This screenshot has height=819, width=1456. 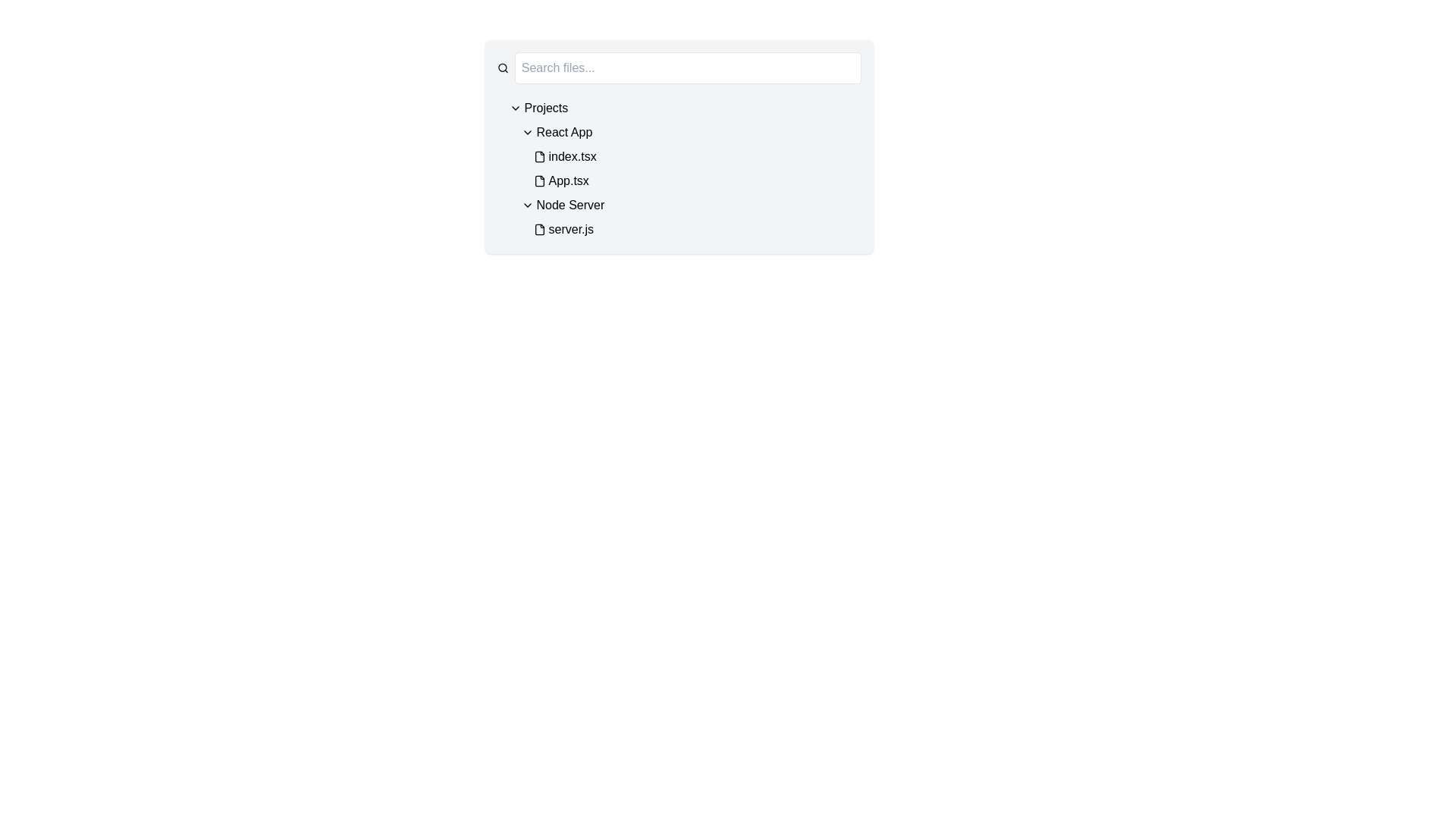 I want to click on the text label displaying the filename 'server.js', so click(x=570, y=230).